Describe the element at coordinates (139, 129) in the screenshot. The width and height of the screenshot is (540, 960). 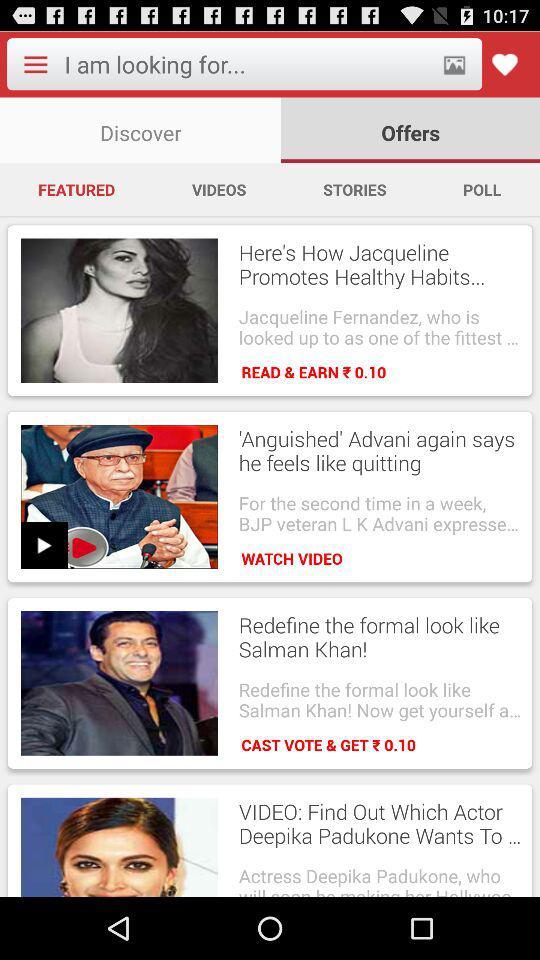
I see `discover app` at that location.